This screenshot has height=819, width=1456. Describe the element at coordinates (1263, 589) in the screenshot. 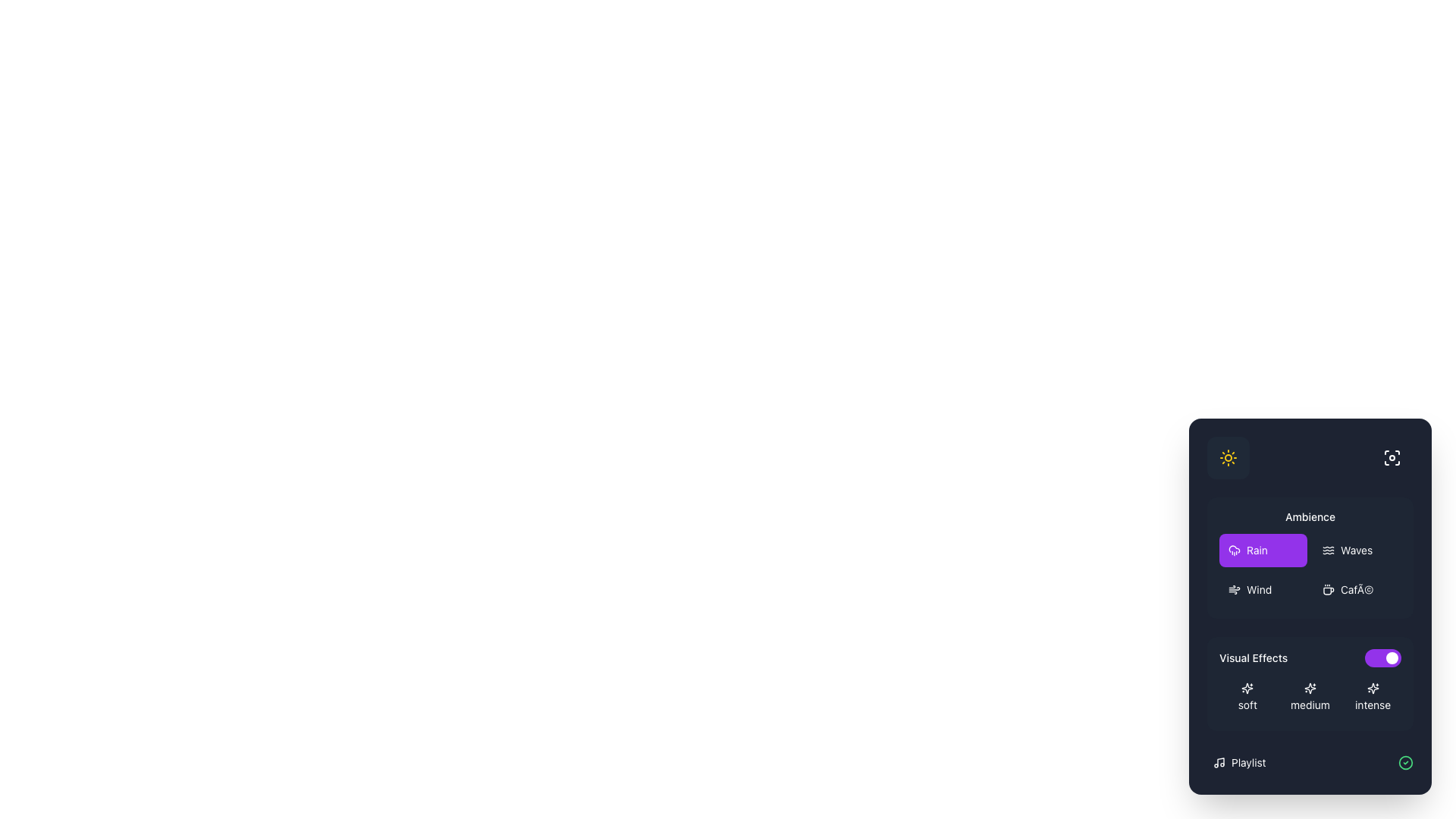

I see `the 'Wind' button in the 'Ambience' section, which features a flowing wind icon and light-gray text` at that location.